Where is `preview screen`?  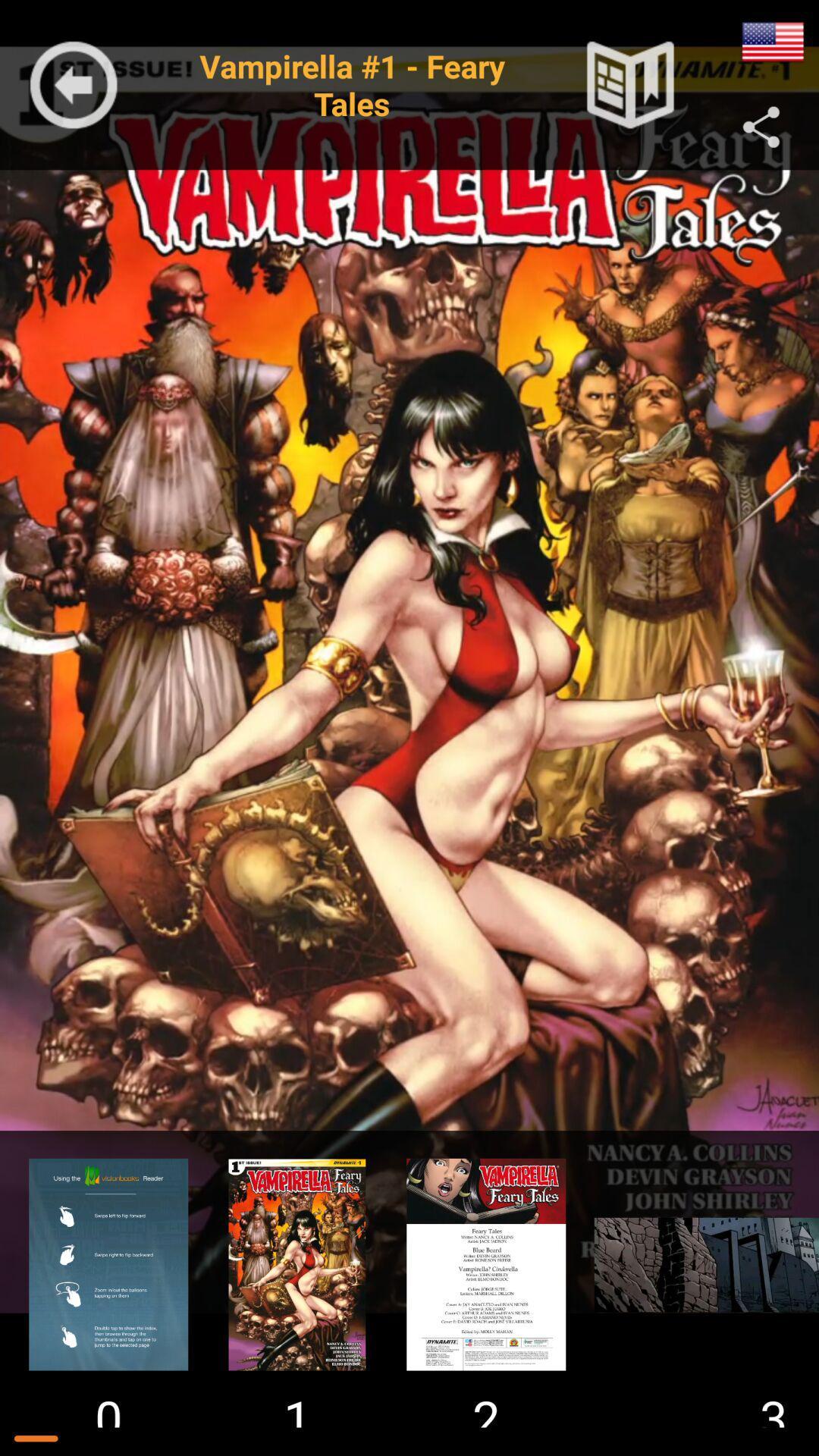
preview screen is located at coordinates (297, 1265).